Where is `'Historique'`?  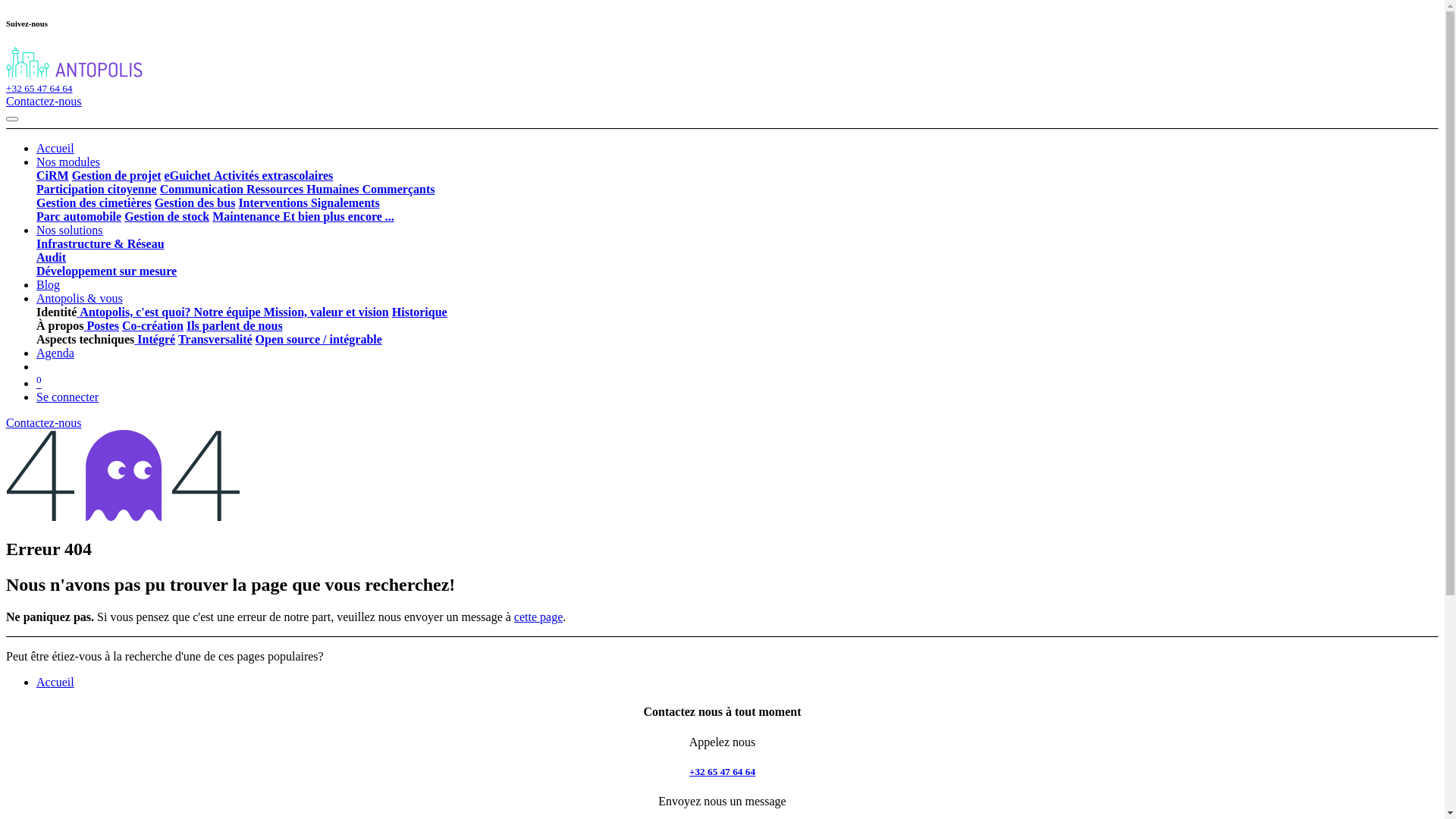 'Historique' is located at coordinates (419, 311).